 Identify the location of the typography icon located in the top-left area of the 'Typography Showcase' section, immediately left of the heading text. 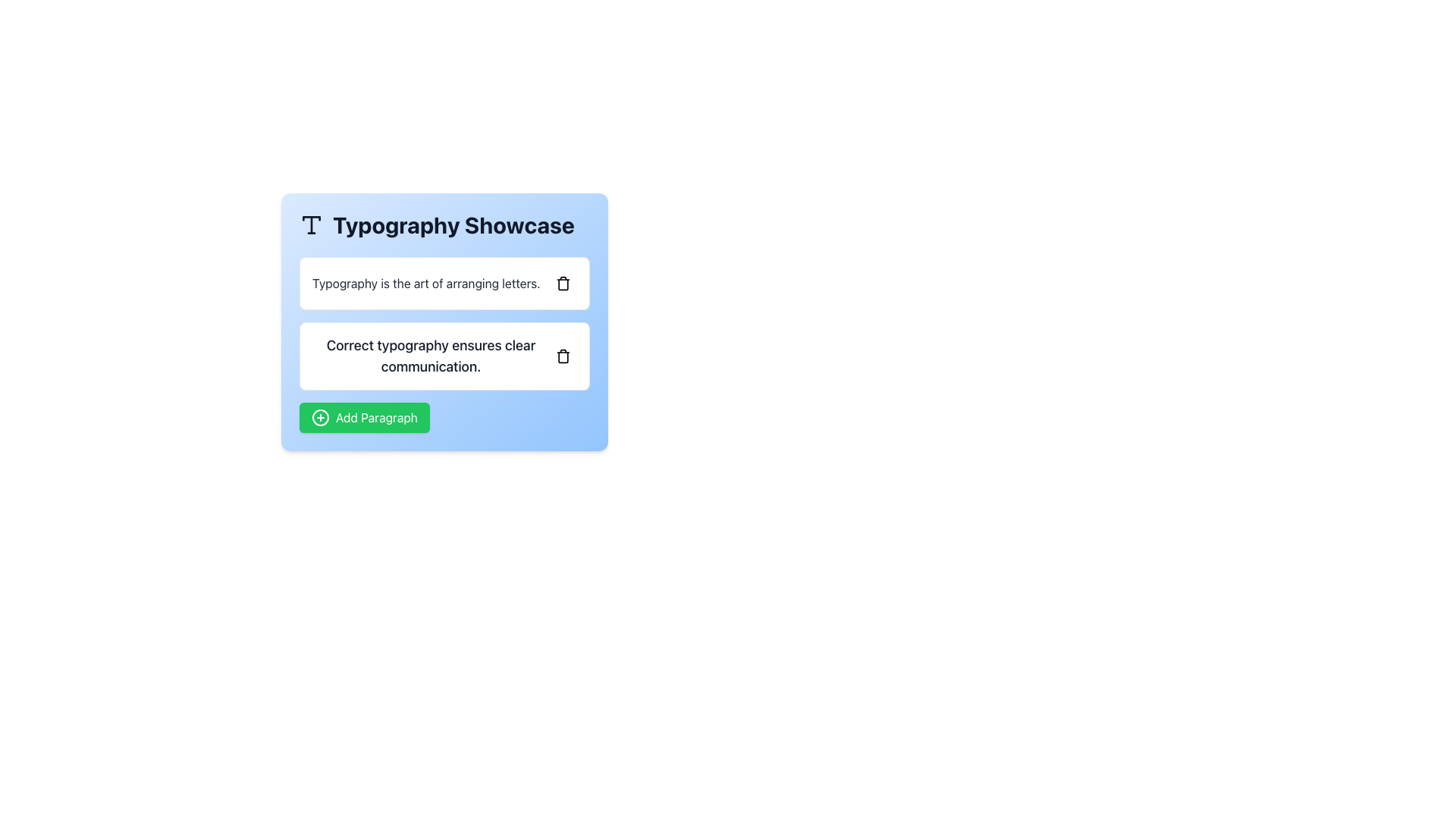
(311, 225).